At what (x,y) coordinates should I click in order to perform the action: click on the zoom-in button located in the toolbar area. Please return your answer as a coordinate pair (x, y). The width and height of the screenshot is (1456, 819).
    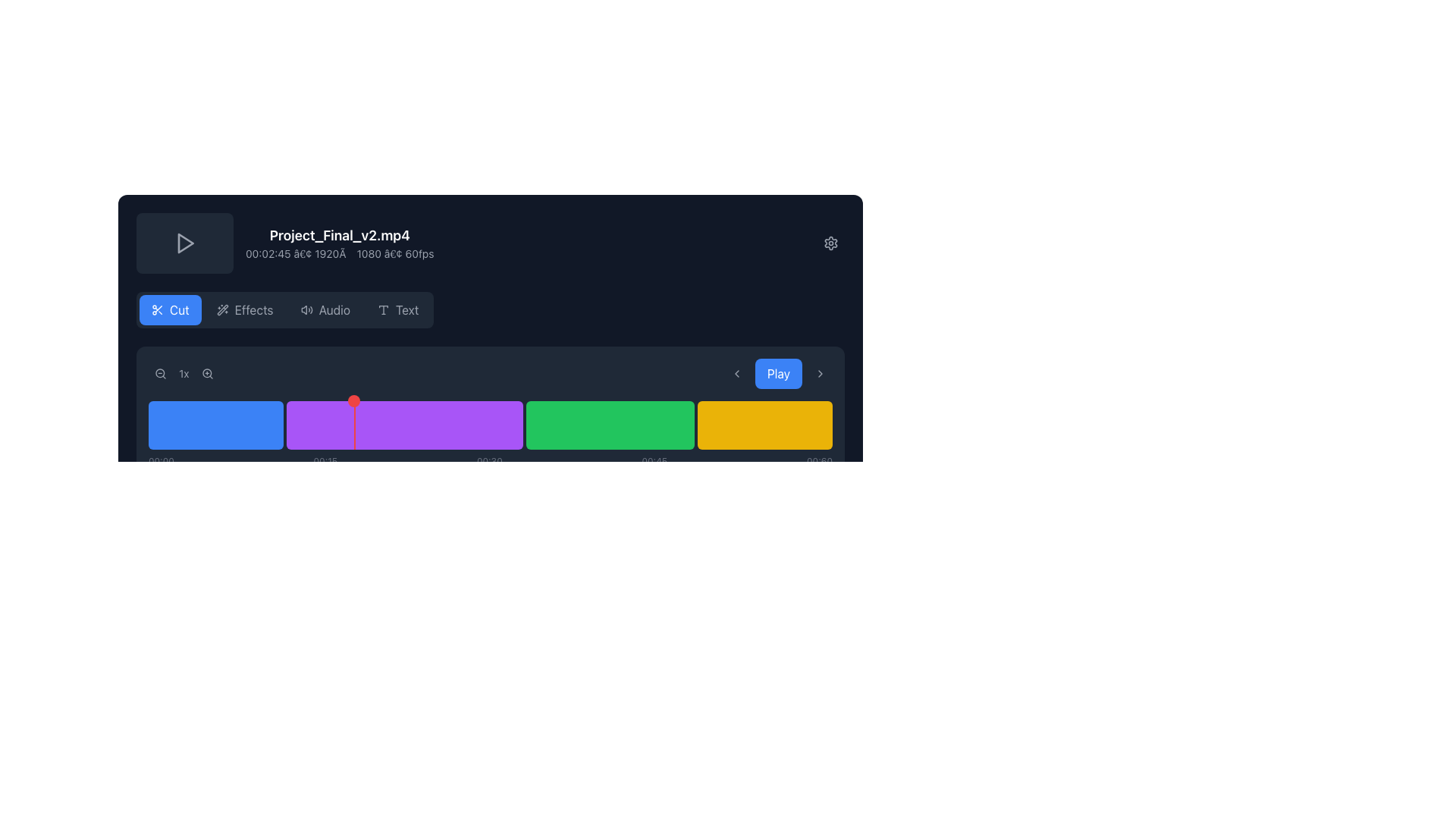
    Looking at the image, I should click on (206, 374).